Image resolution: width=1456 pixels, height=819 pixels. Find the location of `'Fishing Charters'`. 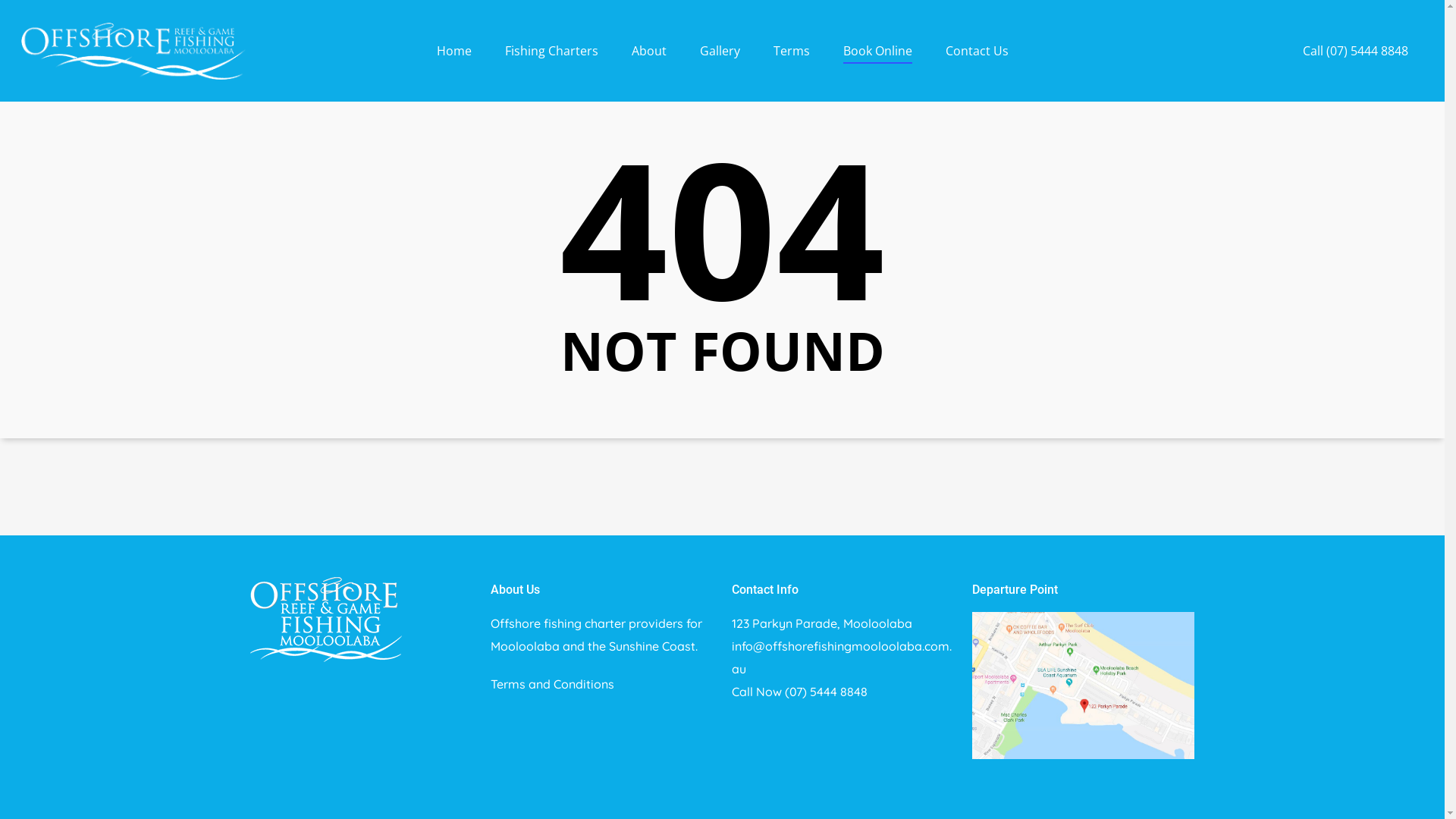

'Fishing Charters' is located at coordinates (551, 61).